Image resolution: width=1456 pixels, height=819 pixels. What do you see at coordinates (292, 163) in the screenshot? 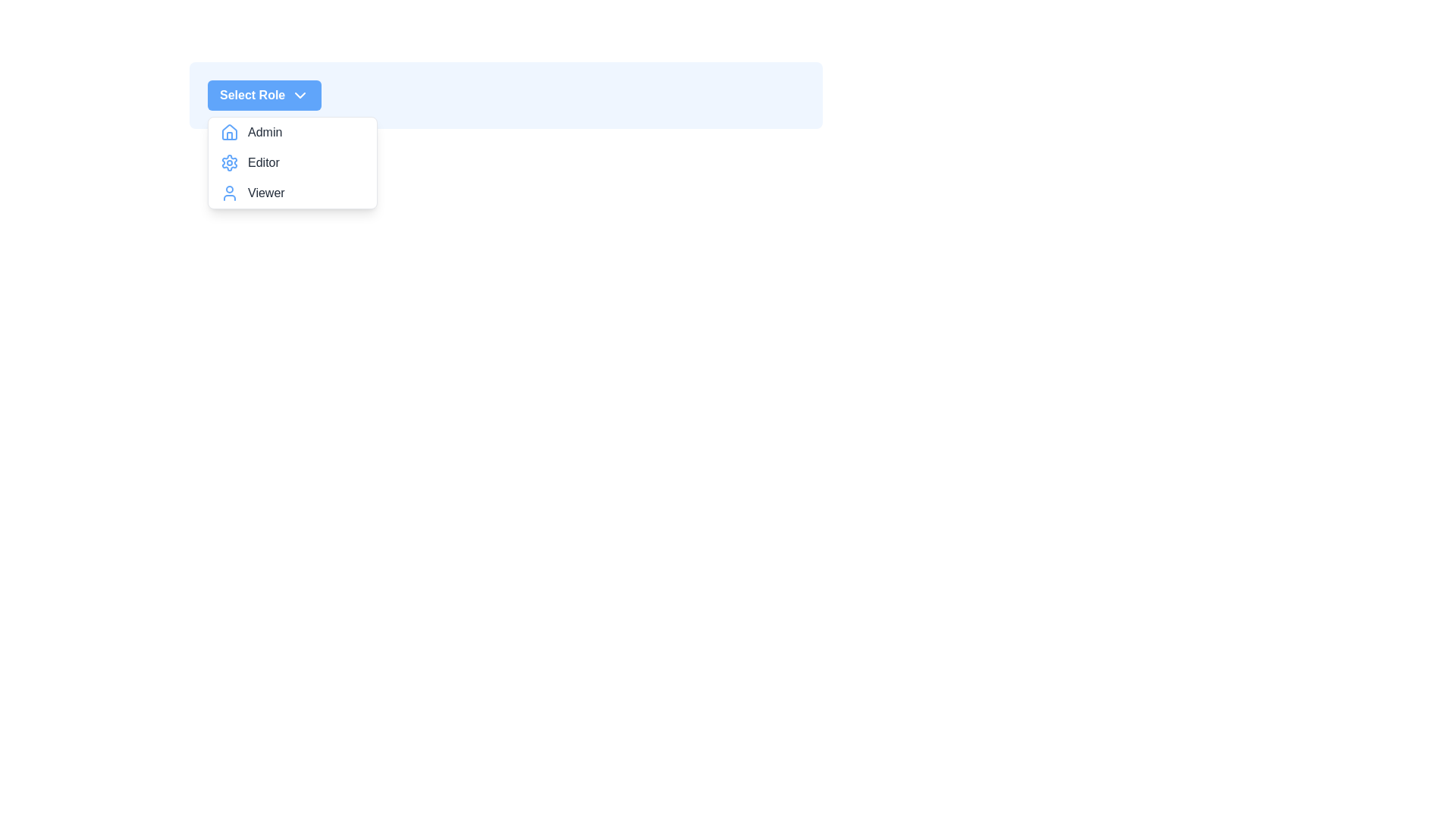
I see `the role Editor from the dropdown menu` at bounding box center [292, 163].